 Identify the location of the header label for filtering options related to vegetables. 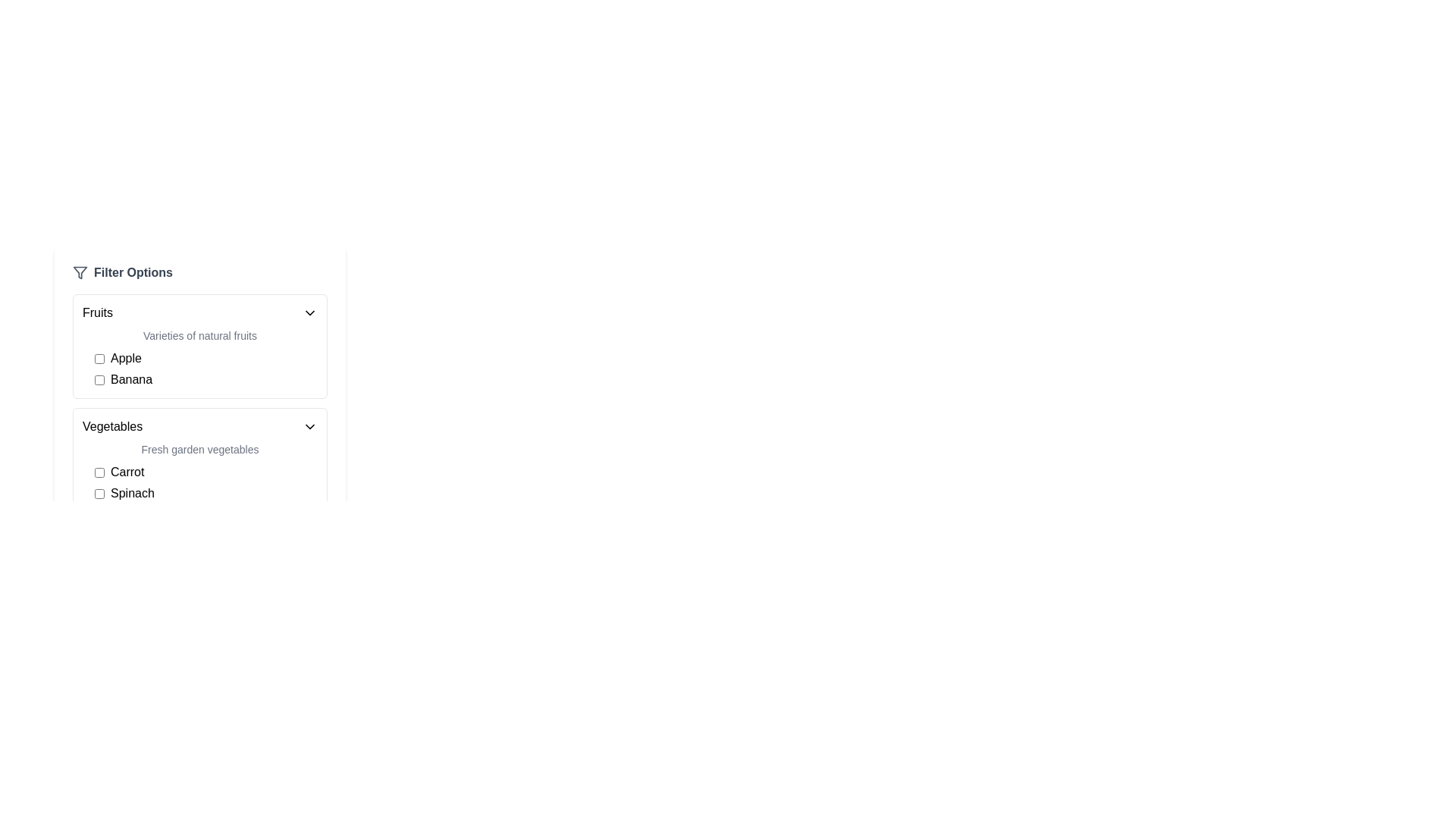
(111, 427).